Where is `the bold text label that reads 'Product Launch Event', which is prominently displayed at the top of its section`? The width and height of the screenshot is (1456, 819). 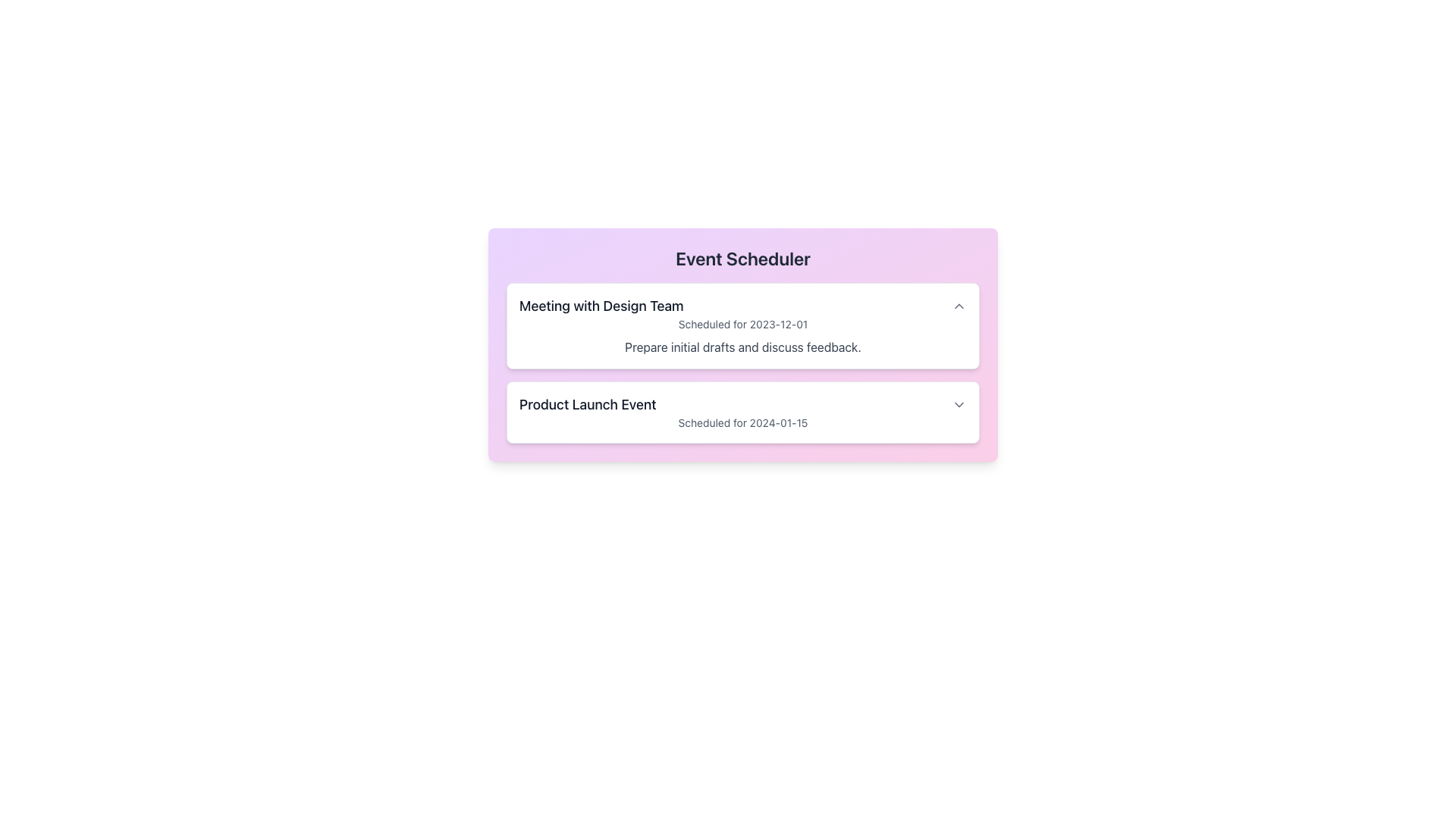
the bold text label that reads 'Product Launch Event', which is prominently displayed at the top of its section is located at coordinates (587, 403).